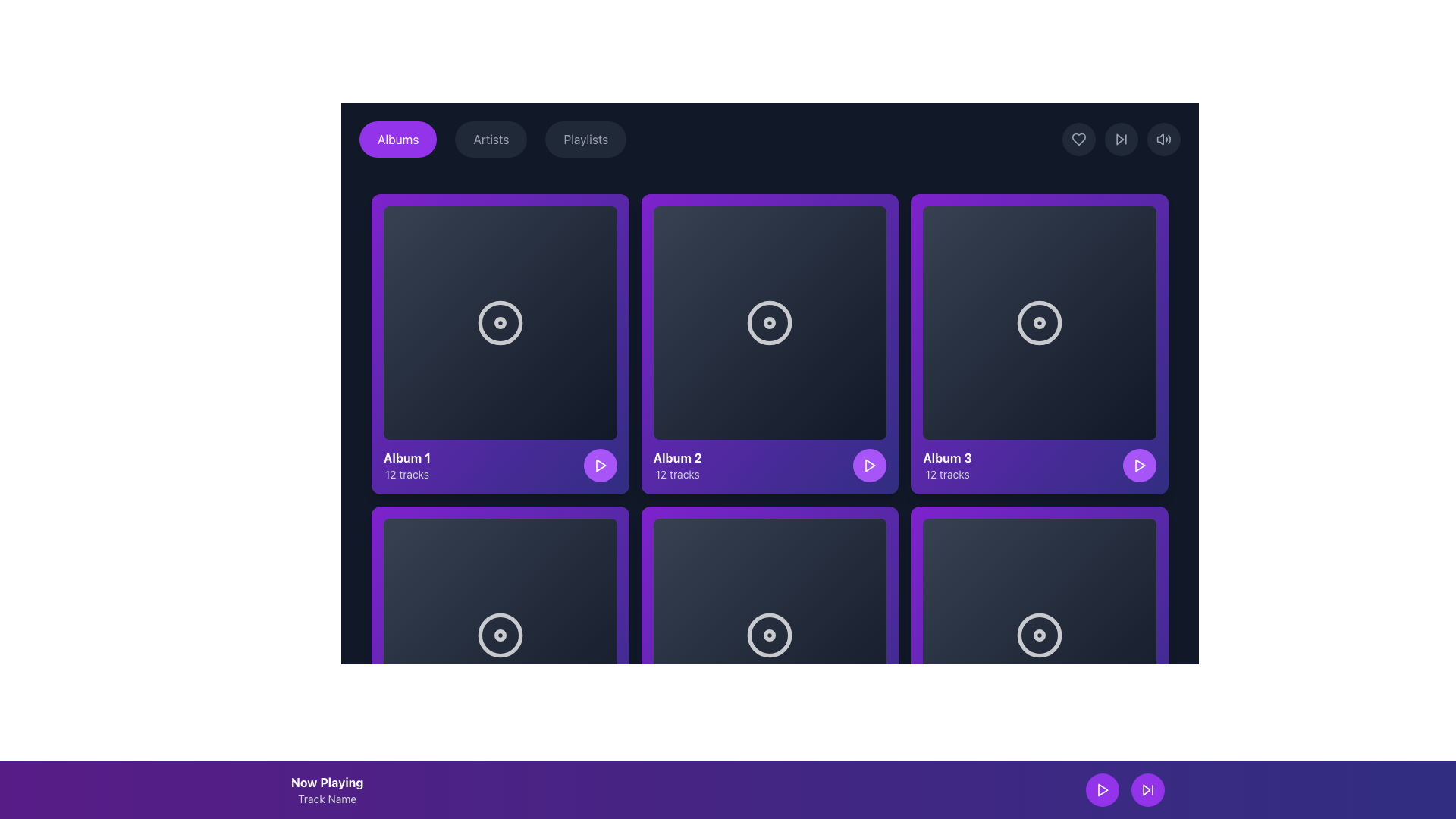  What do you see at coordinates (1139, 464) in the screenshot?
I see `the play button located to the far right of the row associated with 'Album 3' to initiate playback of the album` at bounding box center [1139, 464].